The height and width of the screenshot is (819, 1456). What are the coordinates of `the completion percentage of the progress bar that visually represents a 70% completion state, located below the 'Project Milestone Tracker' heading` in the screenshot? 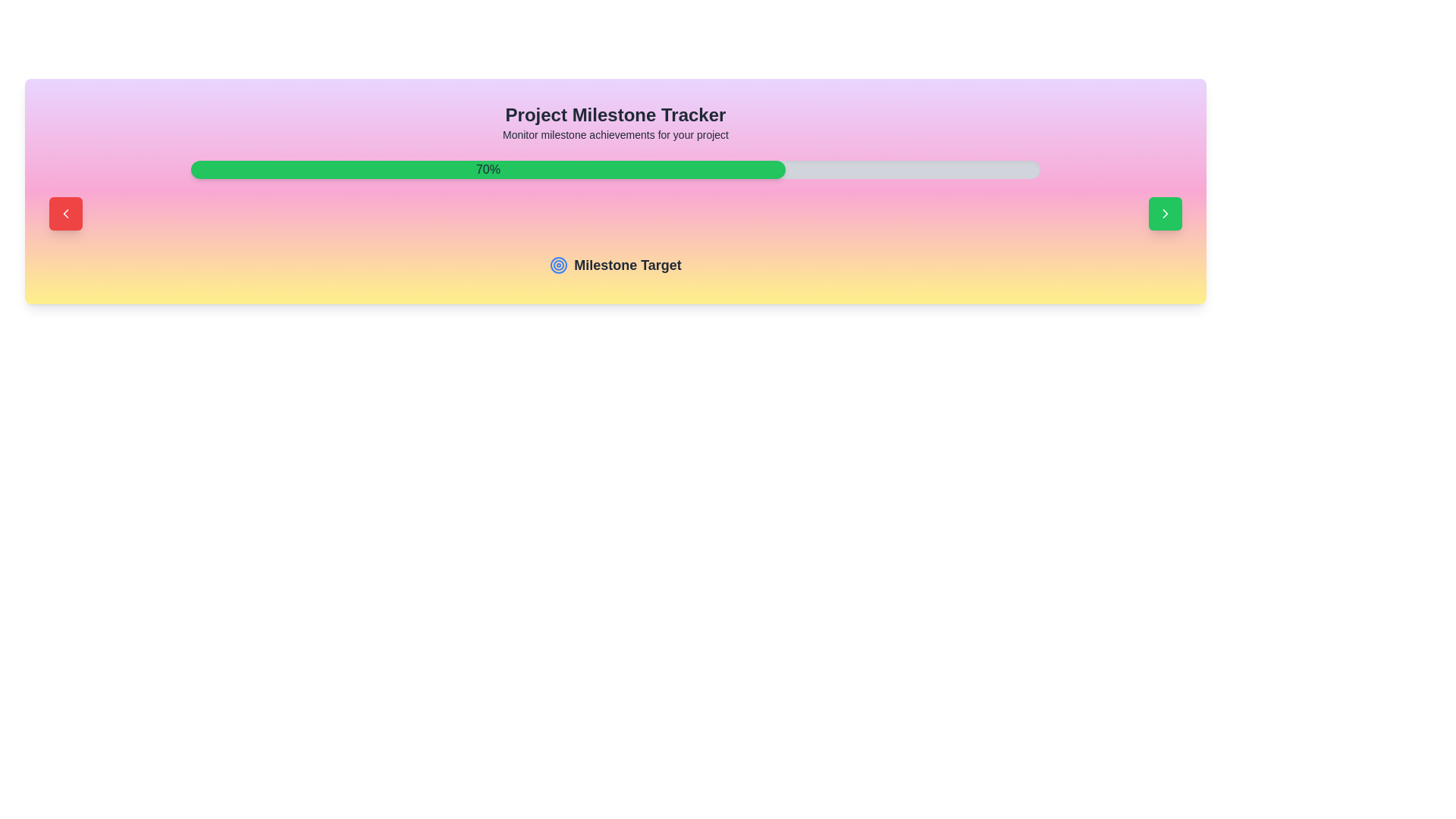 It's located at (615, 169).